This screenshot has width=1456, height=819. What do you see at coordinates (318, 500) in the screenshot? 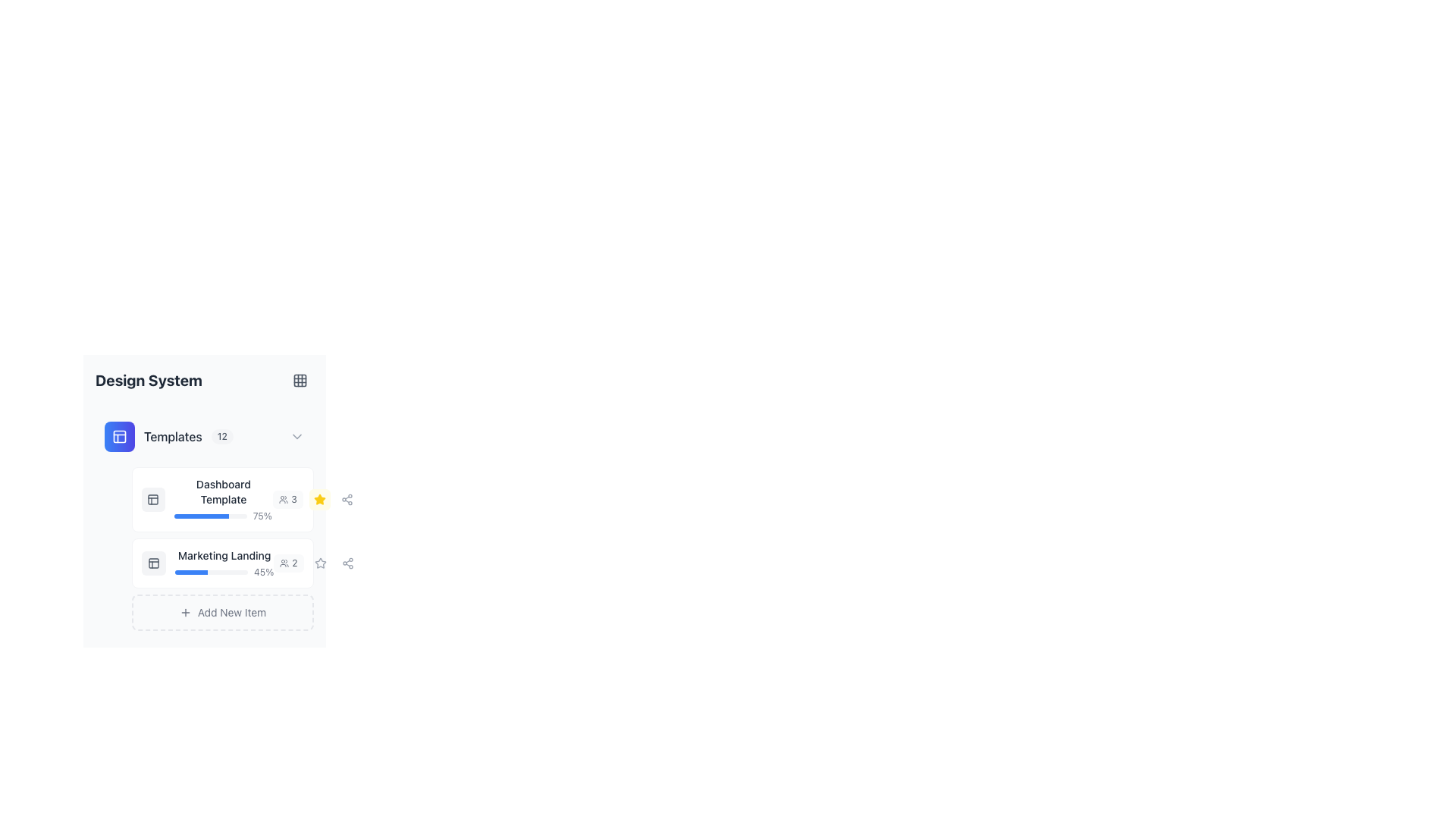
I see `the marking or rating button located to the right of the number '3' inside a rounded rectangular badge to mark it` at bounding box center [318, 500].